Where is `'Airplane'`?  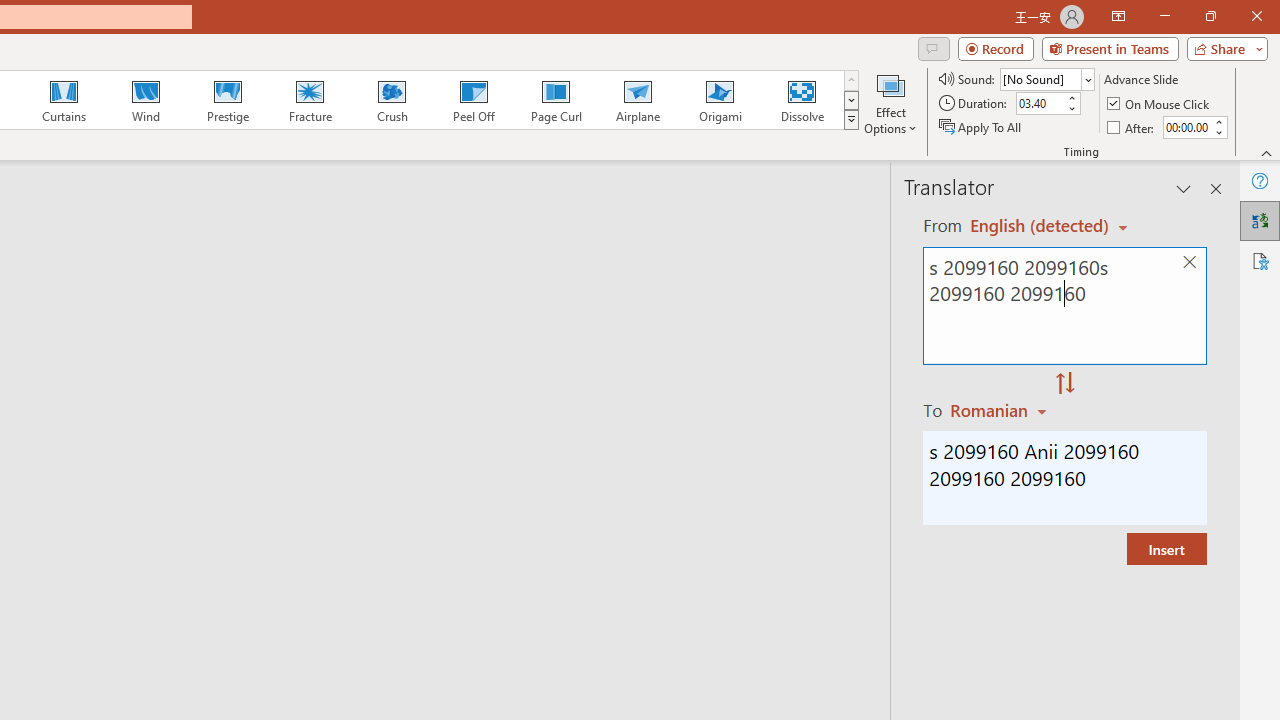 'Airplane' is located at coordinates (636, 100).